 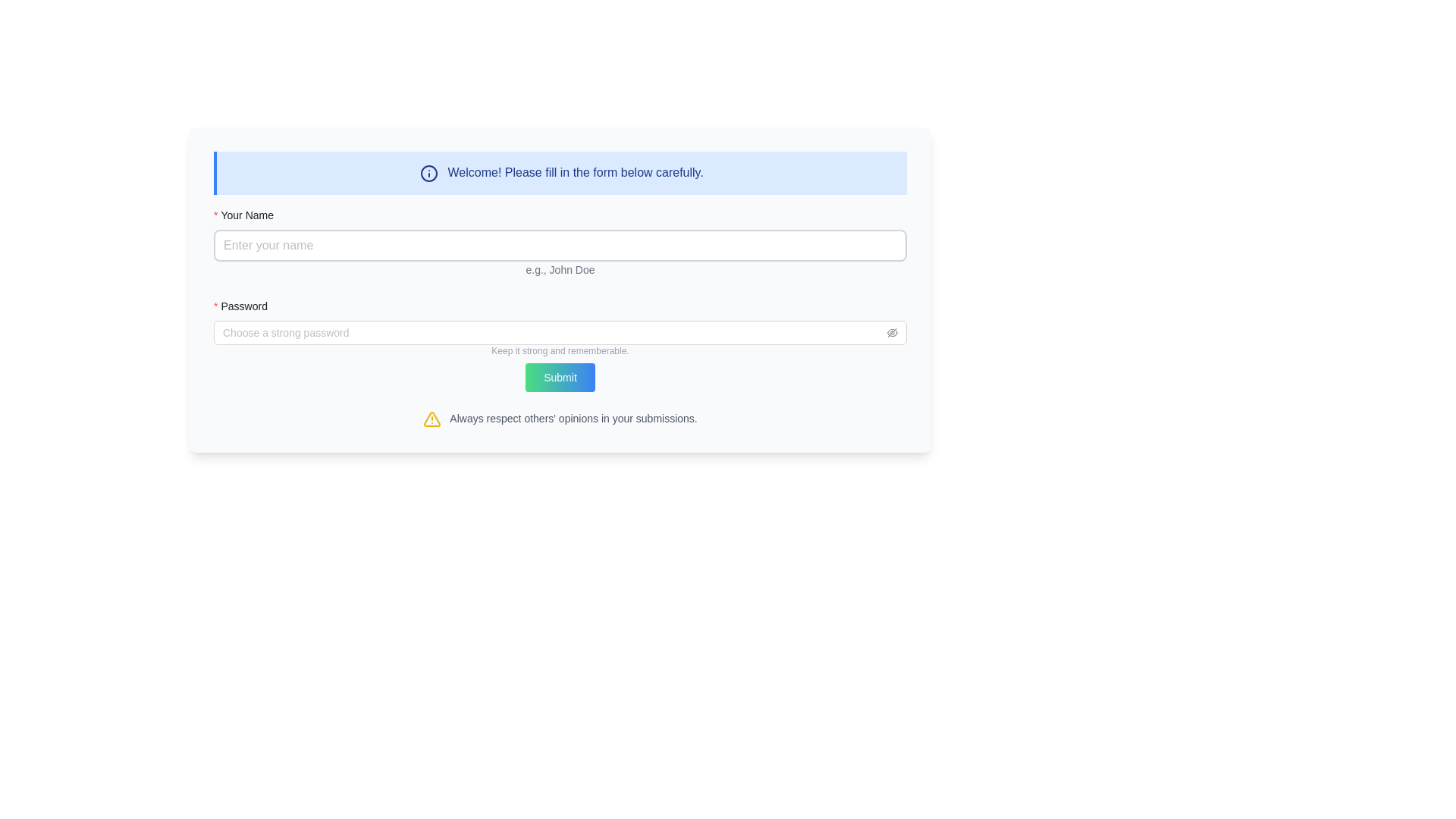 What do you see at coordinates (560, 353) in the screenshot?
I see `the text label that contains the hint 'Keep it strong and rememberable', which is displayed in a smaller gray font directly below the password input field` at bounding box center [560, 353].